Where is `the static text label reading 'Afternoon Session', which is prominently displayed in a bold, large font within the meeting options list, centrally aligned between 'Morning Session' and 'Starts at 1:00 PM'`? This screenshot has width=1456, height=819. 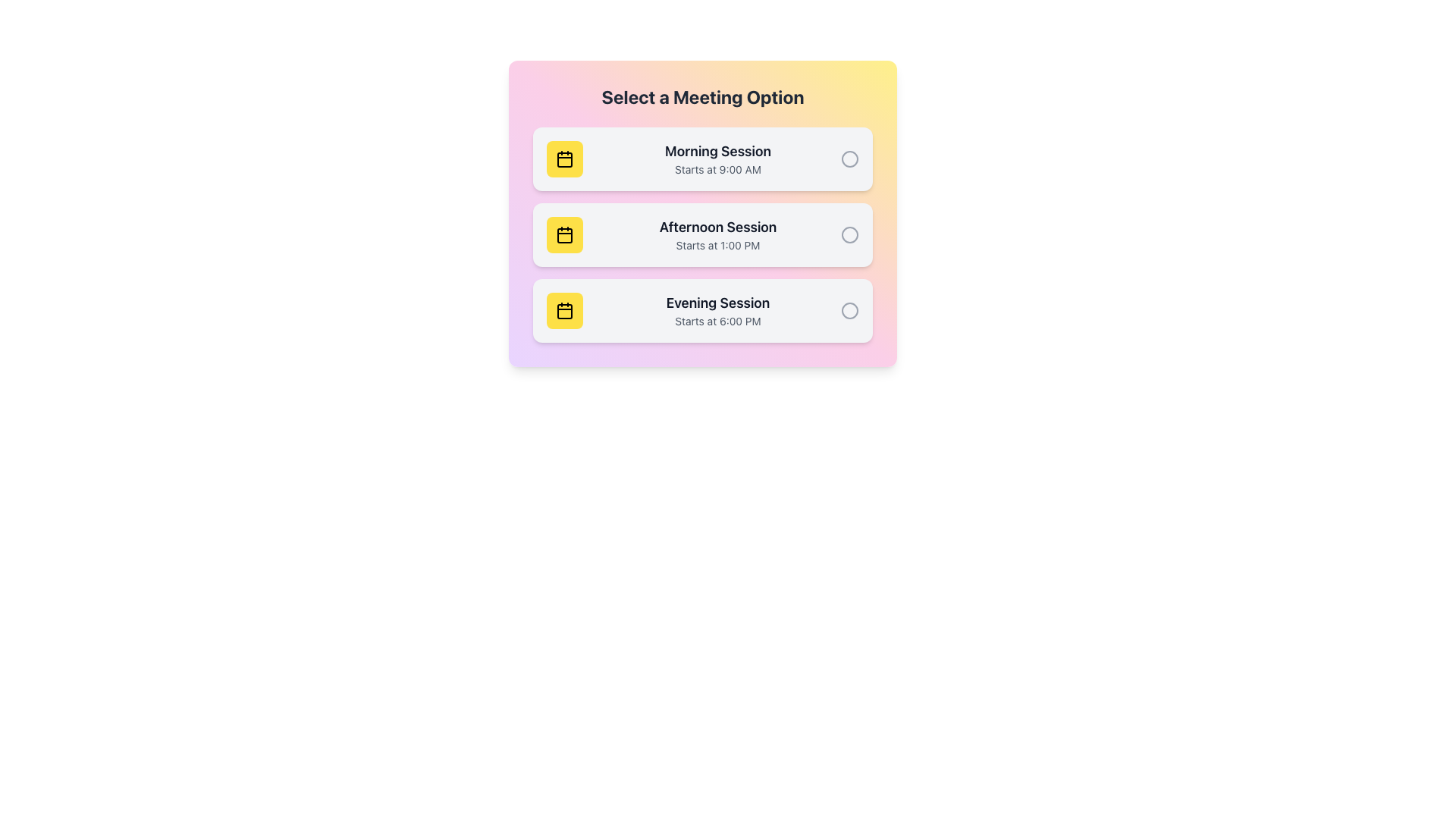 the static text label reading 'Afternoon Session', which is prominently displayed in a bold, large font within the meeting options list, centrally aligned between 'Morning Session' and 'Starts at 1:00 PM' is located at coordinates (717, 227).